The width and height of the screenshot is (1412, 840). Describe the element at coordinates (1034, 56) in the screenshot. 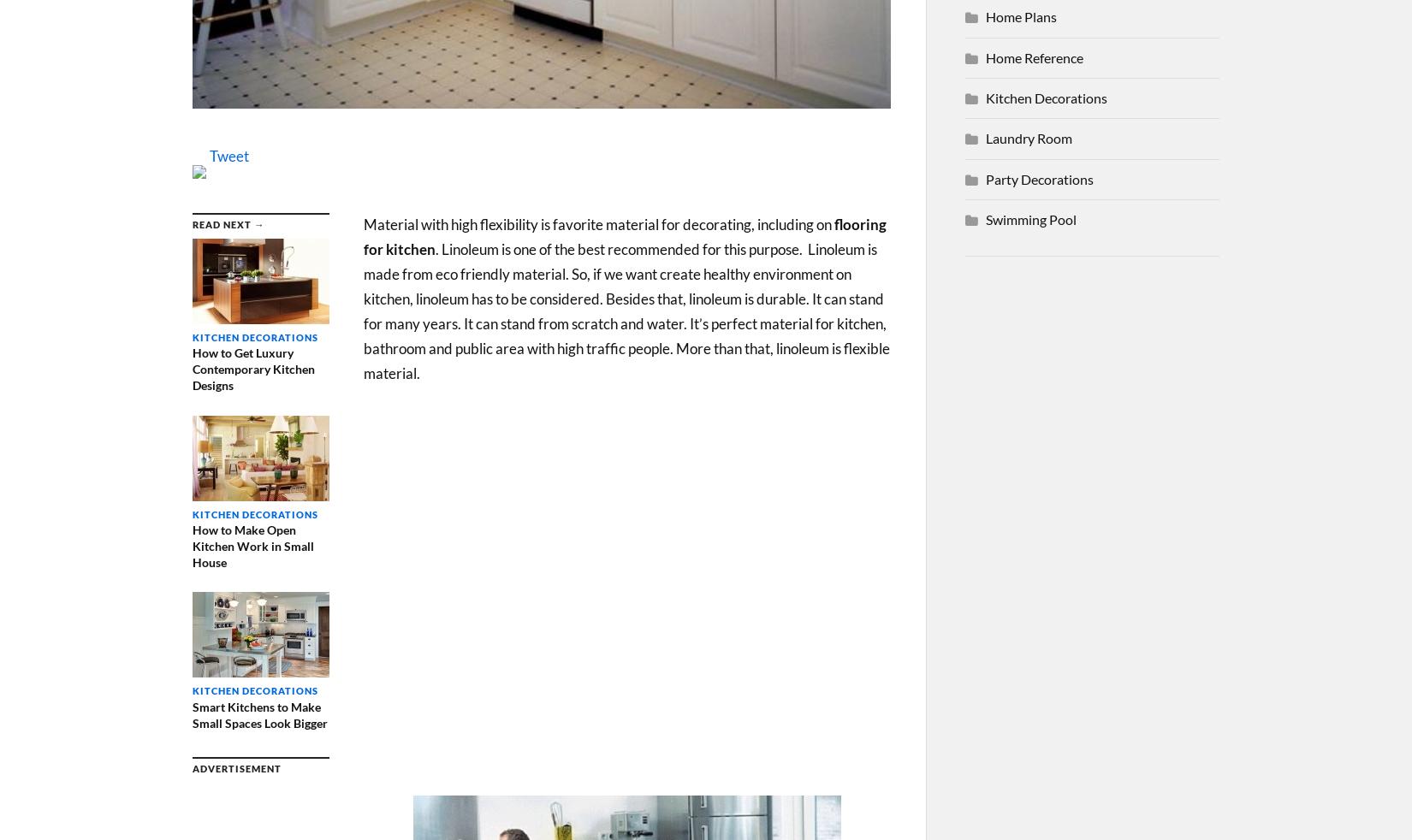

I see `'Home Reference'` at that location.